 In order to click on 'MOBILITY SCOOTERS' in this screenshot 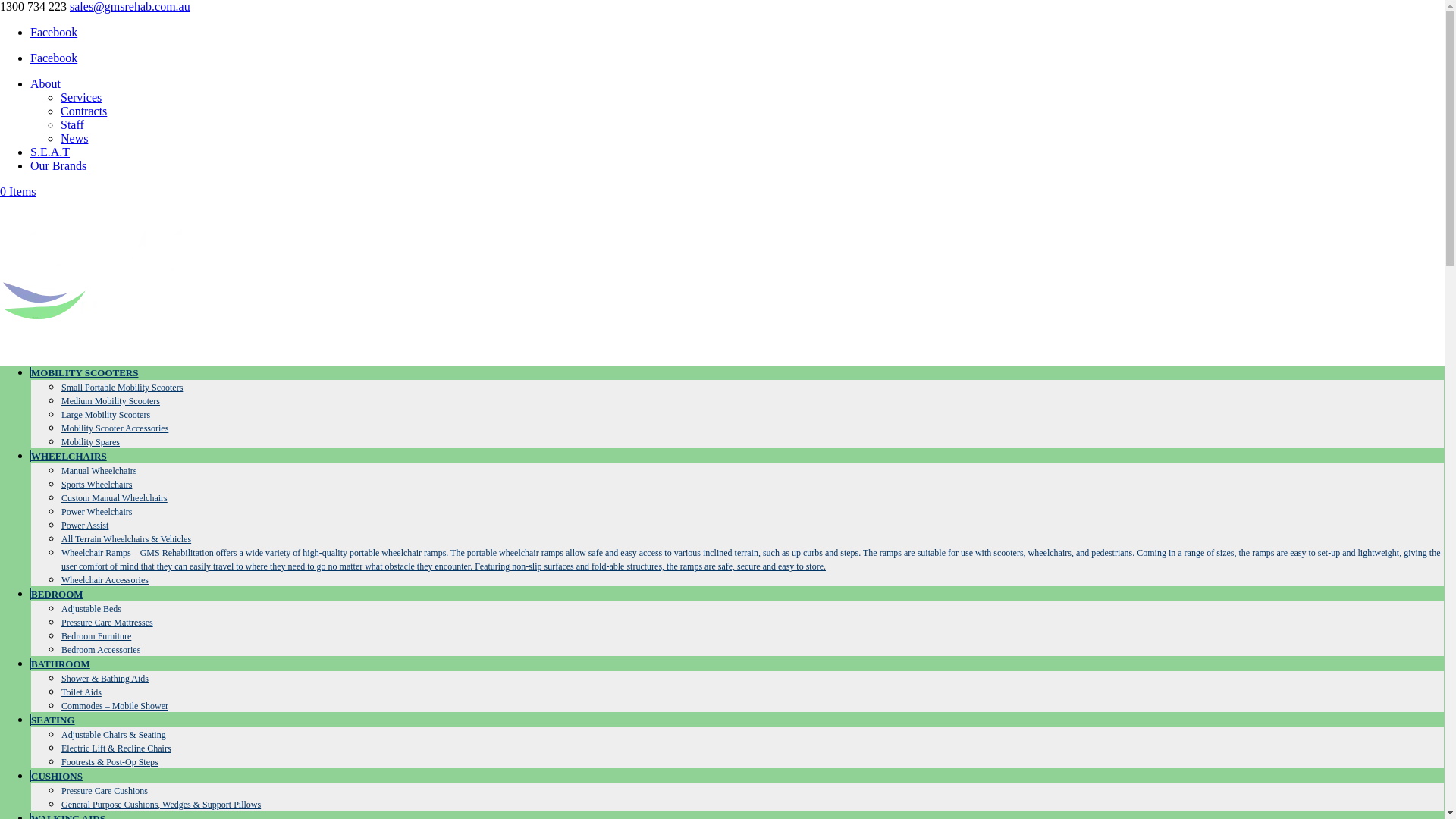, I will do `click(83, 372)`.